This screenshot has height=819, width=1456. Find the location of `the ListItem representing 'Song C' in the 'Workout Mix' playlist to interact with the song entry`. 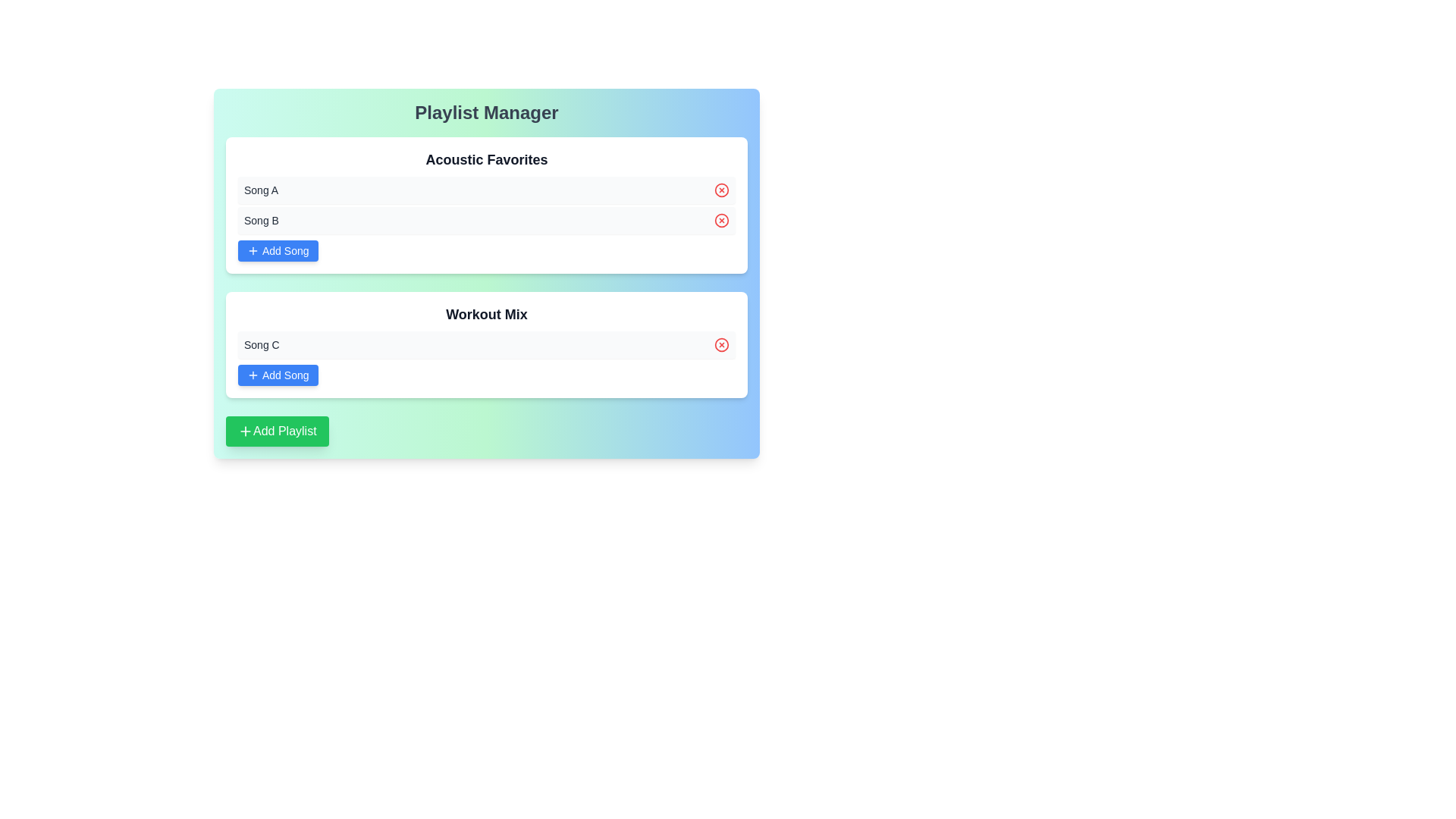

the ListItem representing 'Song C' in the 'Workout Mix' playlist to interact with the song entry is located at coordinates (487, 345).